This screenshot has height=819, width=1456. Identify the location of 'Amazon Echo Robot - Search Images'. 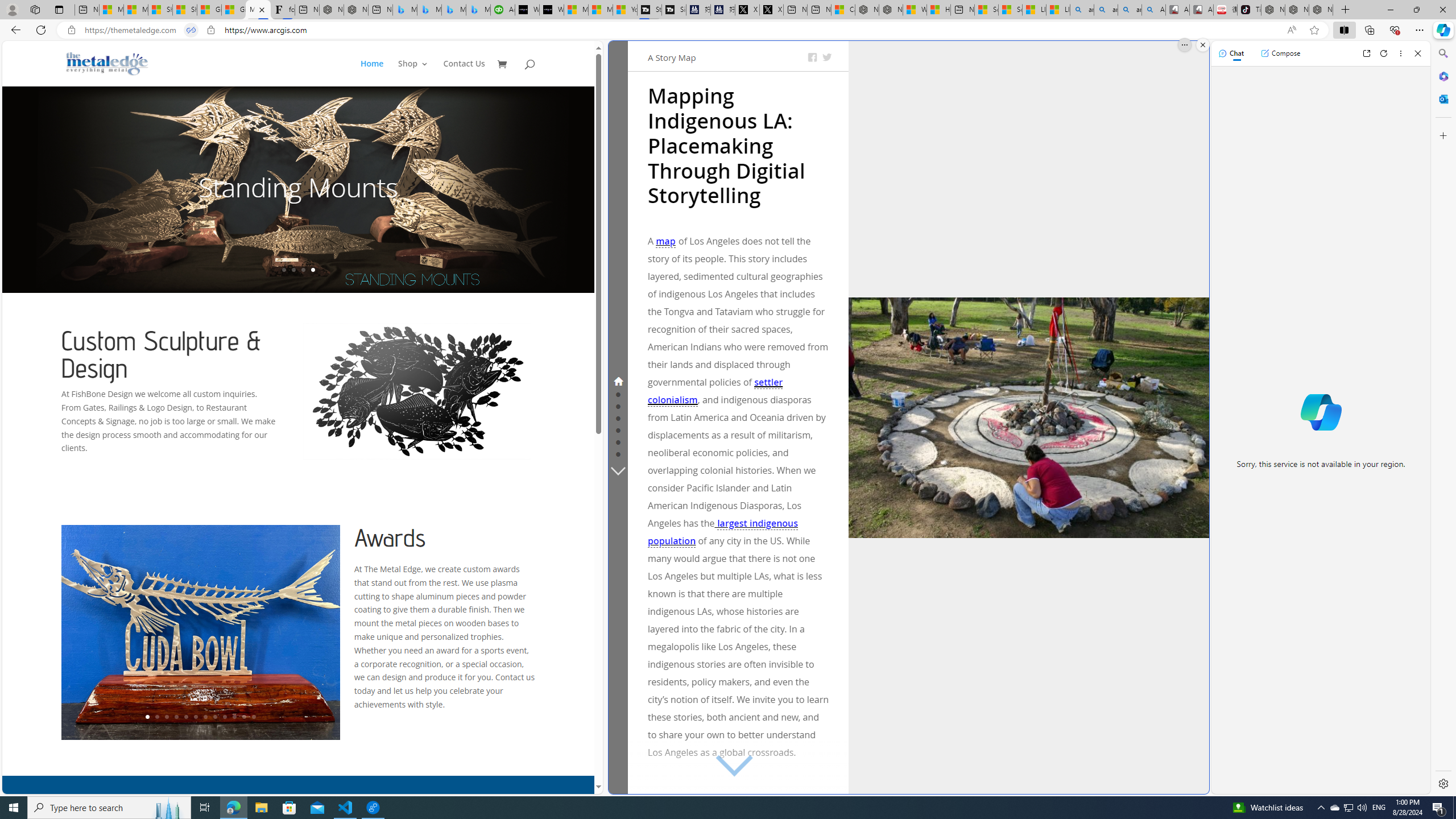
(1153, 9).